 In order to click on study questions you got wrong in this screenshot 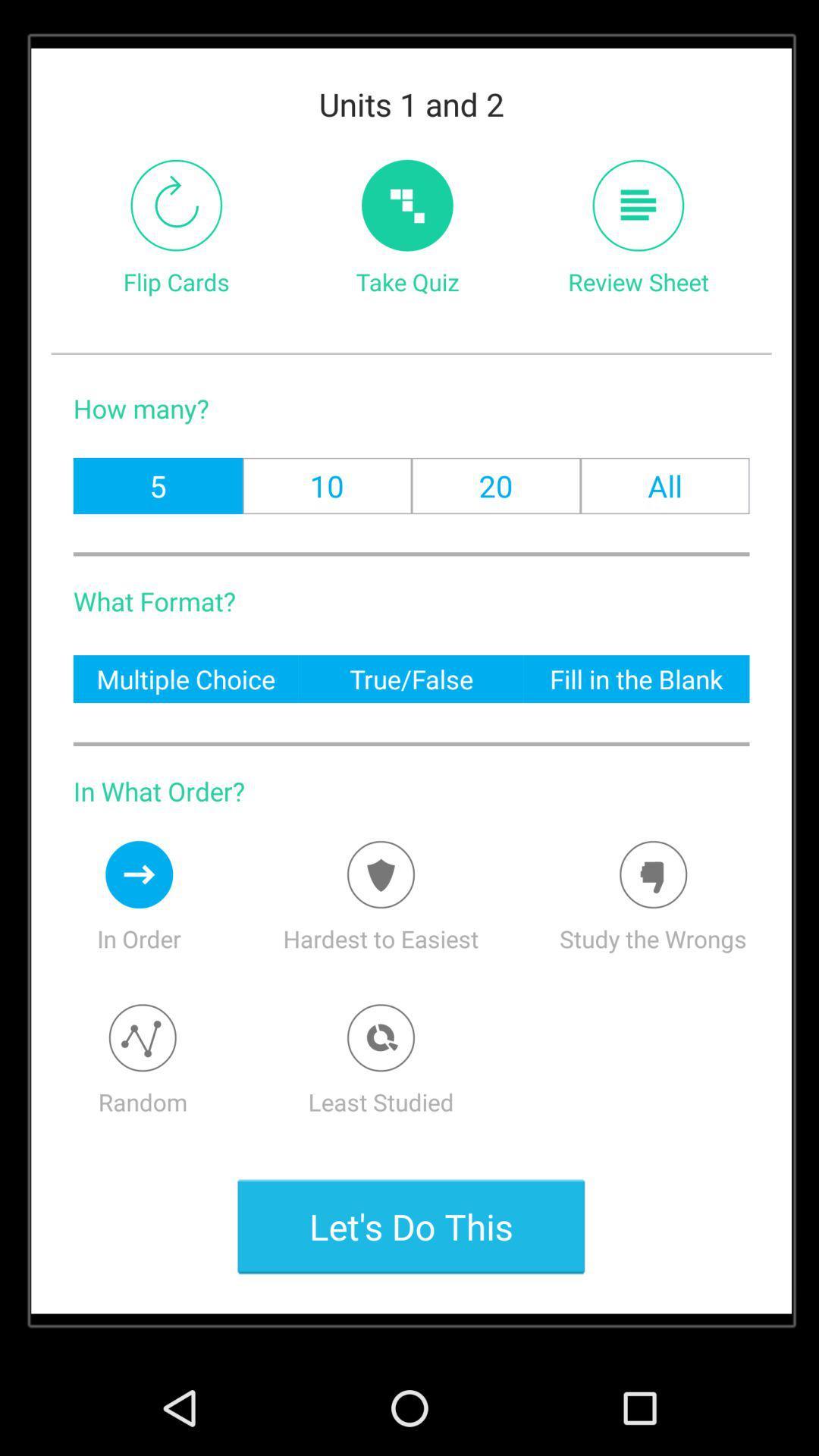, I will do `click(652, 874)`.